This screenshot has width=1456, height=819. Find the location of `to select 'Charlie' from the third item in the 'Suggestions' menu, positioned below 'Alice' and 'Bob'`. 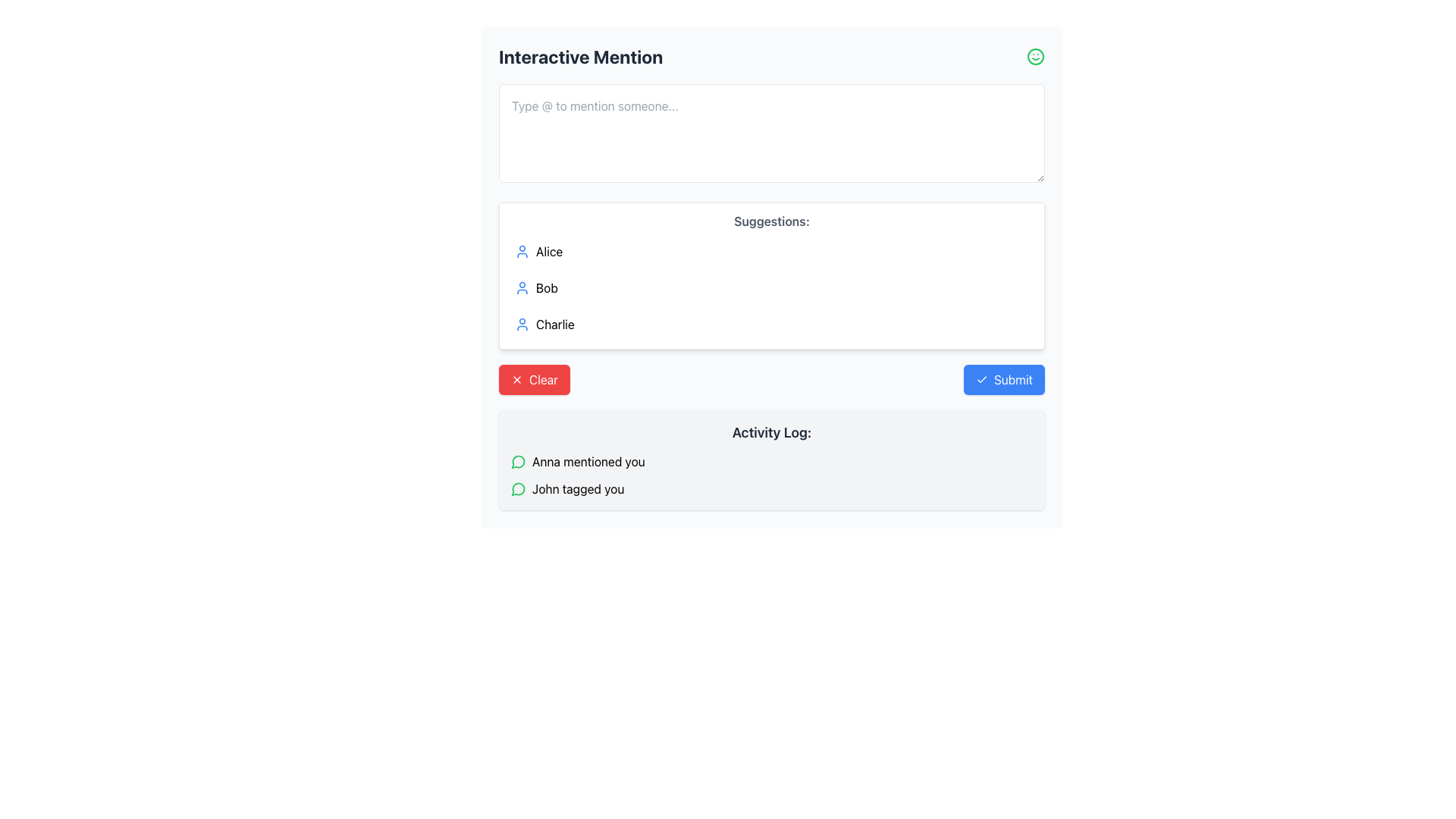

to select 'Charlie' from the third item in the 'Suggestions' menu, positioned below 'Alice' and 'Bob' is located at coordinates (771, 324).